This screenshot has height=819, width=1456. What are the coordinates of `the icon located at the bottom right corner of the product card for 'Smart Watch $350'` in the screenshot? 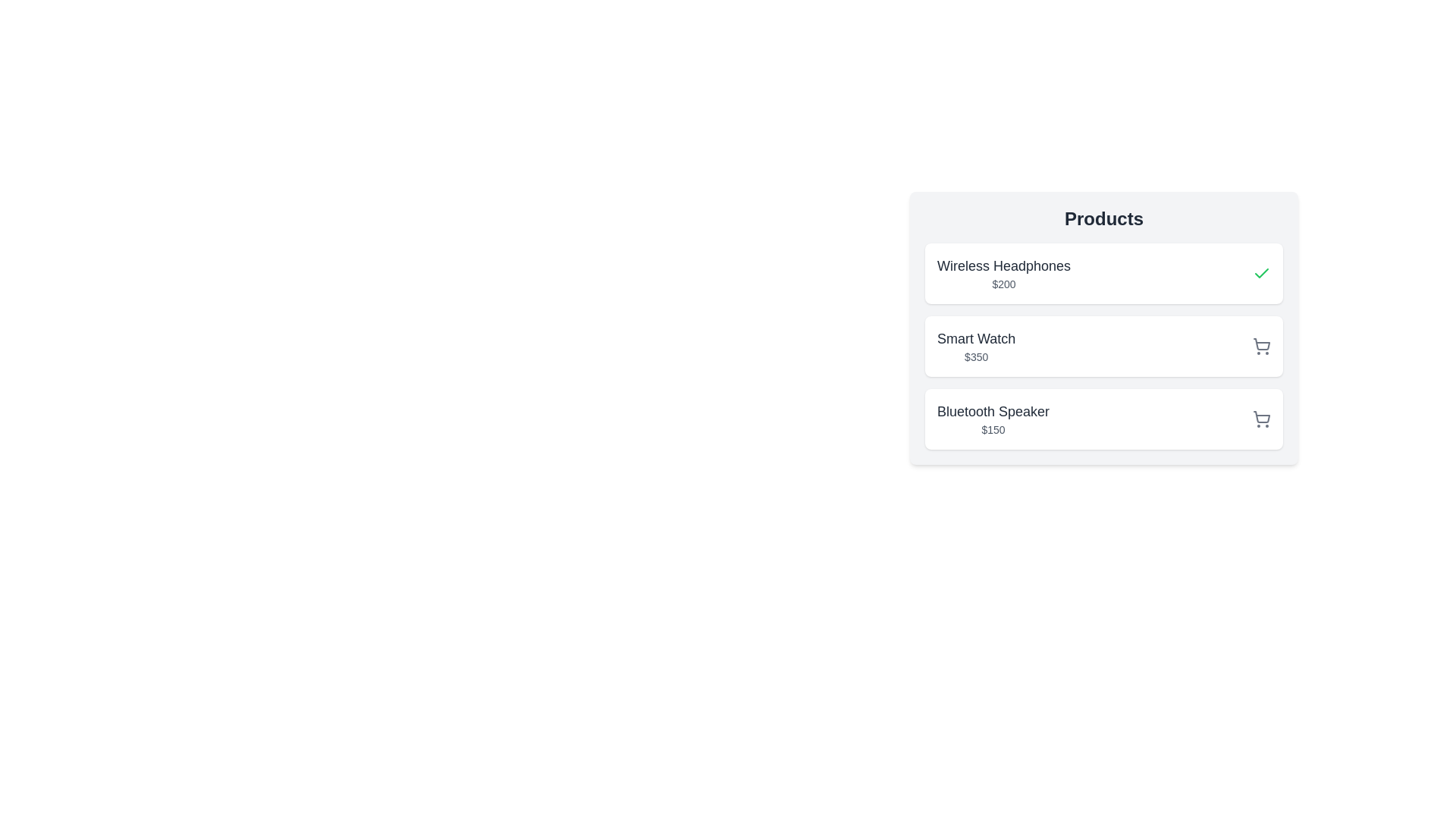 It's located at (1262, 346).